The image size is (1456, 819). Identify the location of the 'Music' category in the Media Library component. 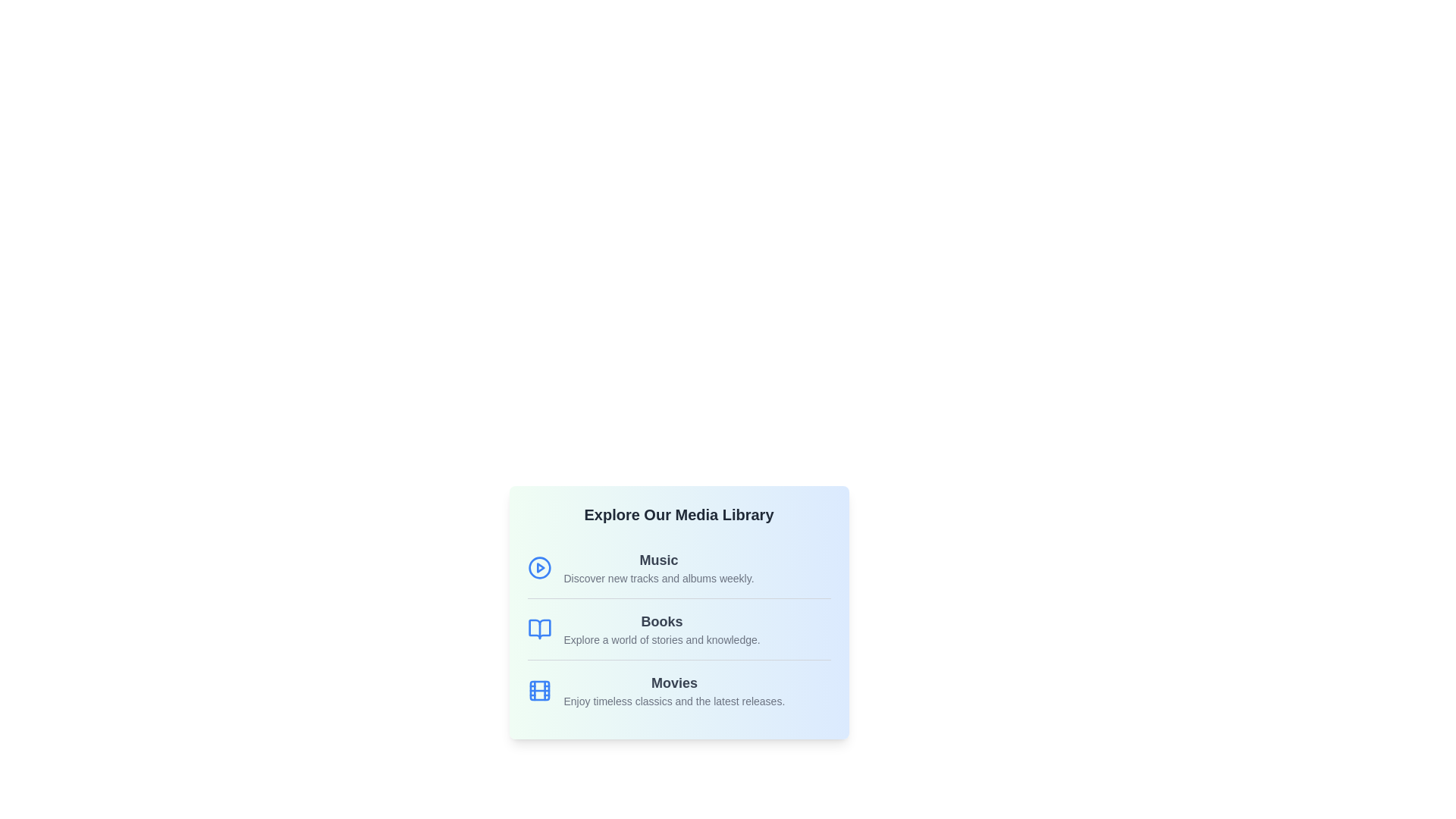
(658, 560).